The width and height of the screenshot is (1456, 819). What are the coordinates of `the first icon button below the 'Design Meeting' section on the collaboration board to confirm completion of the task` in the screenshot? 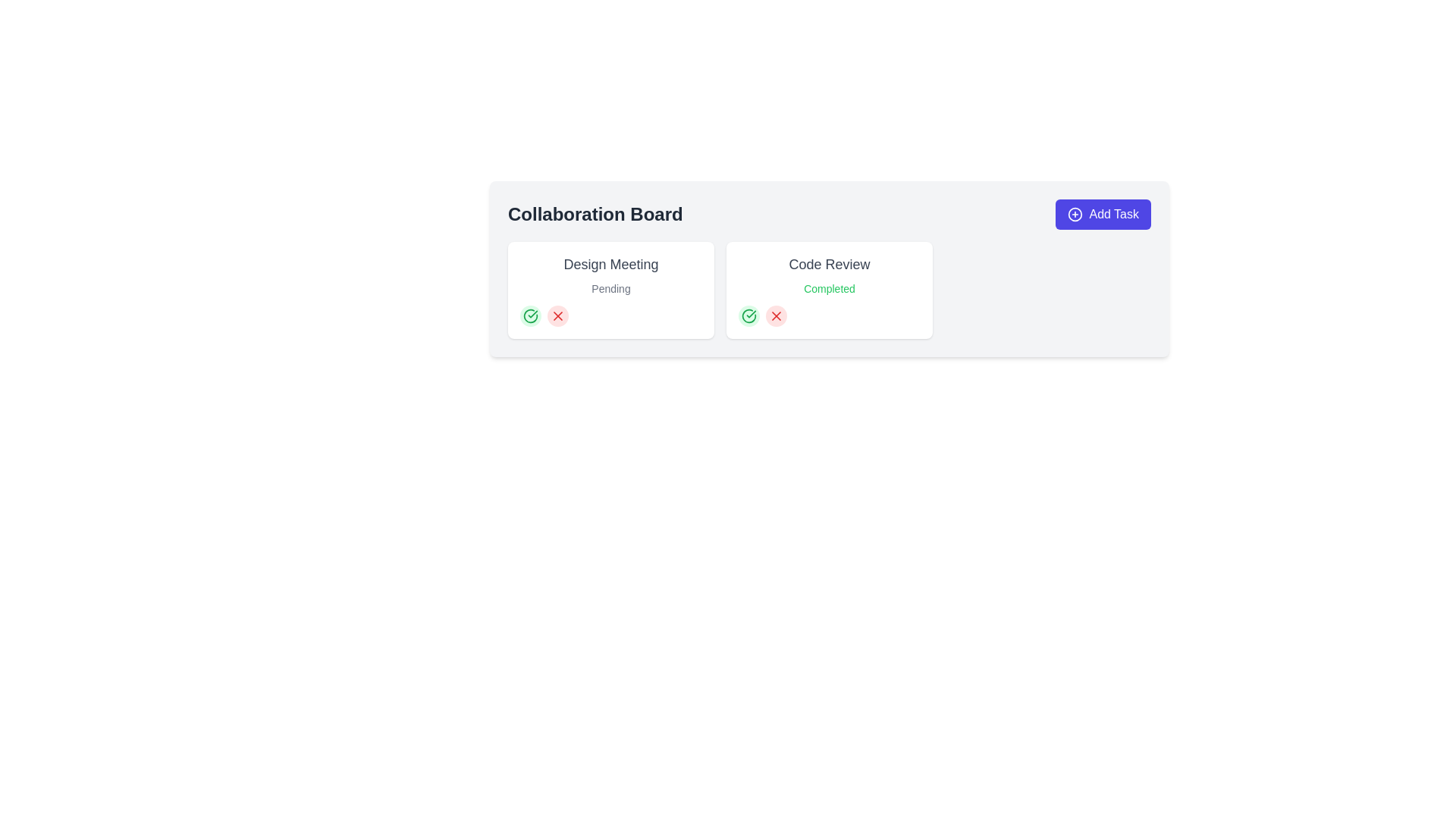 It's located at (531, 315).